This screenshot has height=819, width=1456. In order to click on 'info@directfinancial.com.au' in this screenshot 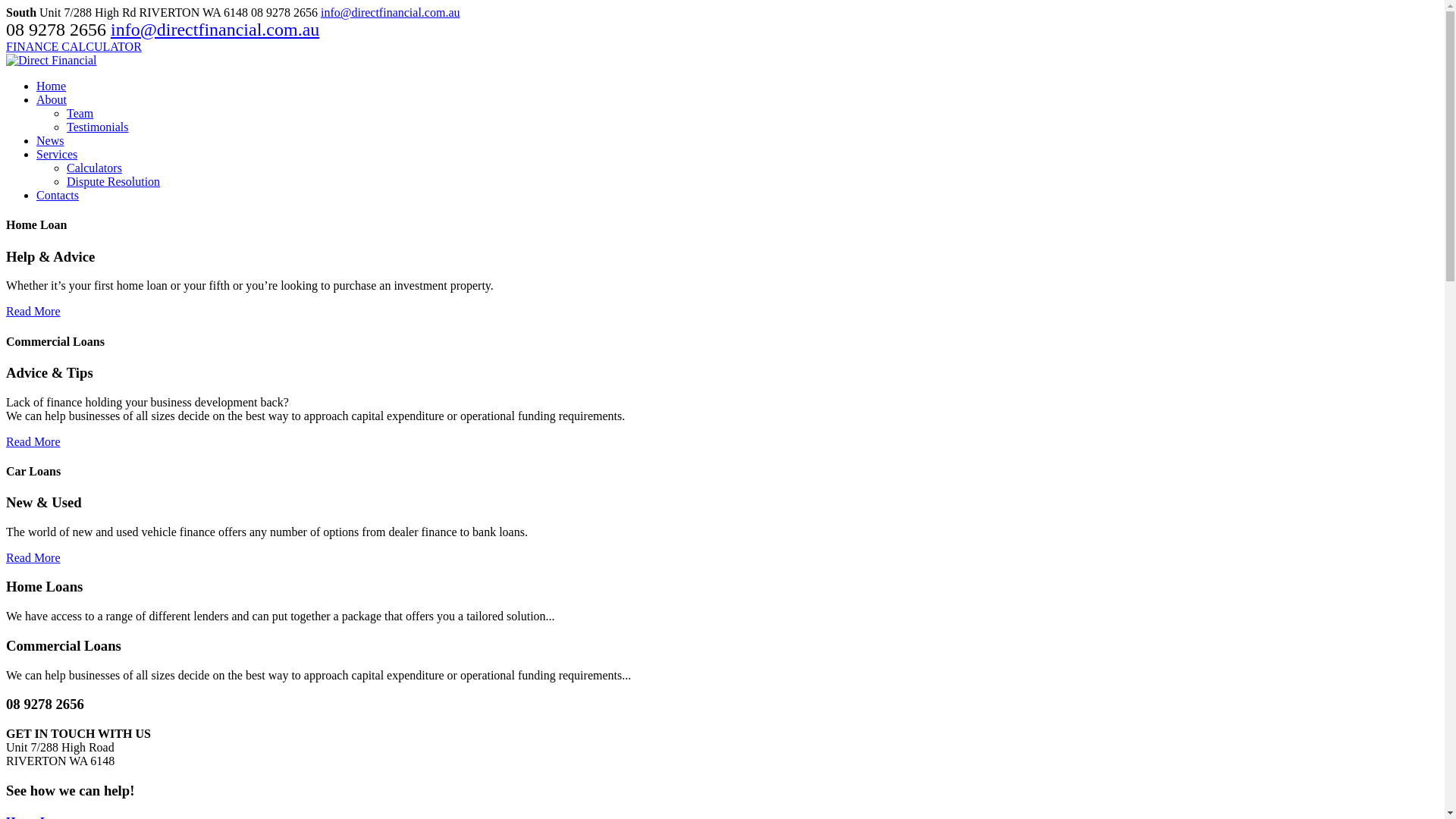, I will do `click(214, 29)`.